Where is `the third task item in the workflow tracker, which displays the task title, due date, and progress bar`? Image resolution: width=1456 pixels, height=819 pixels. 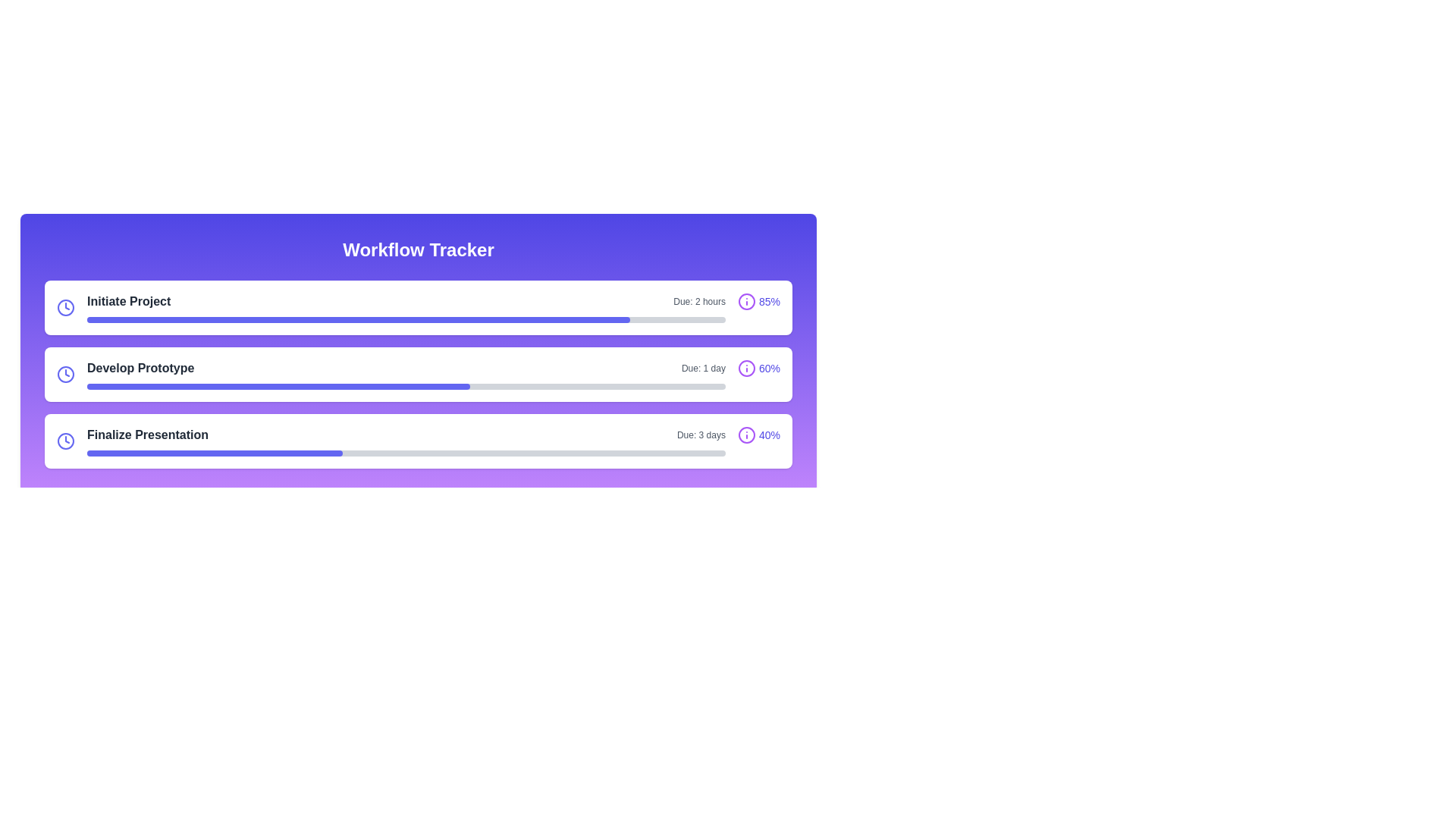
the third task item in the workflow tracker, which displays the task title, due date, and progress bar is located at coordinates (406, 441).